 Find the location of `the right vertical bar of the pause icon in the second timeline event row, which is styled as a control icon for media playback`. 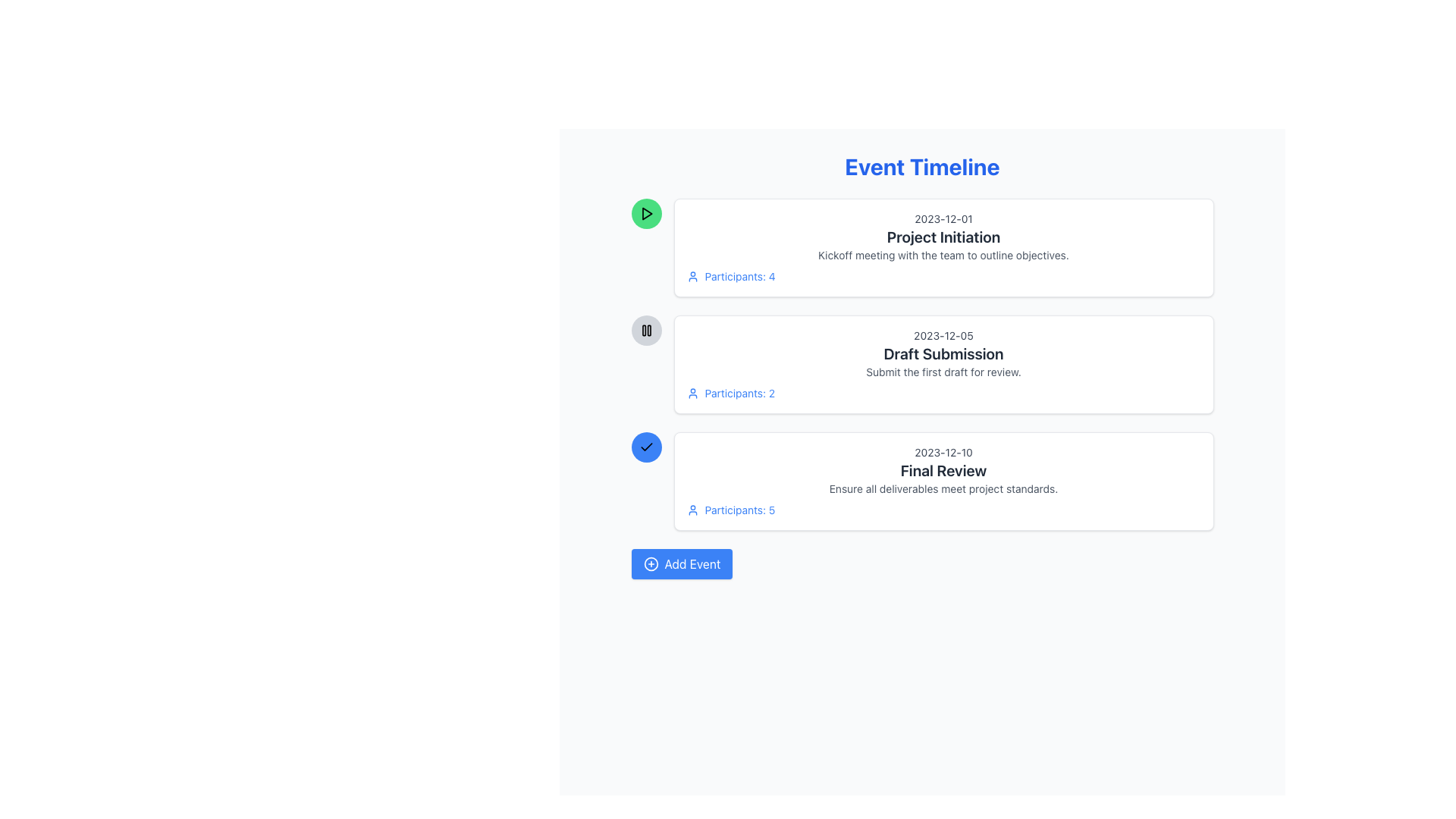

the right vertical bar of the pause icon in the second timeline event row, which is styled as a control icon for media playback is located at coordinates (648, 329).